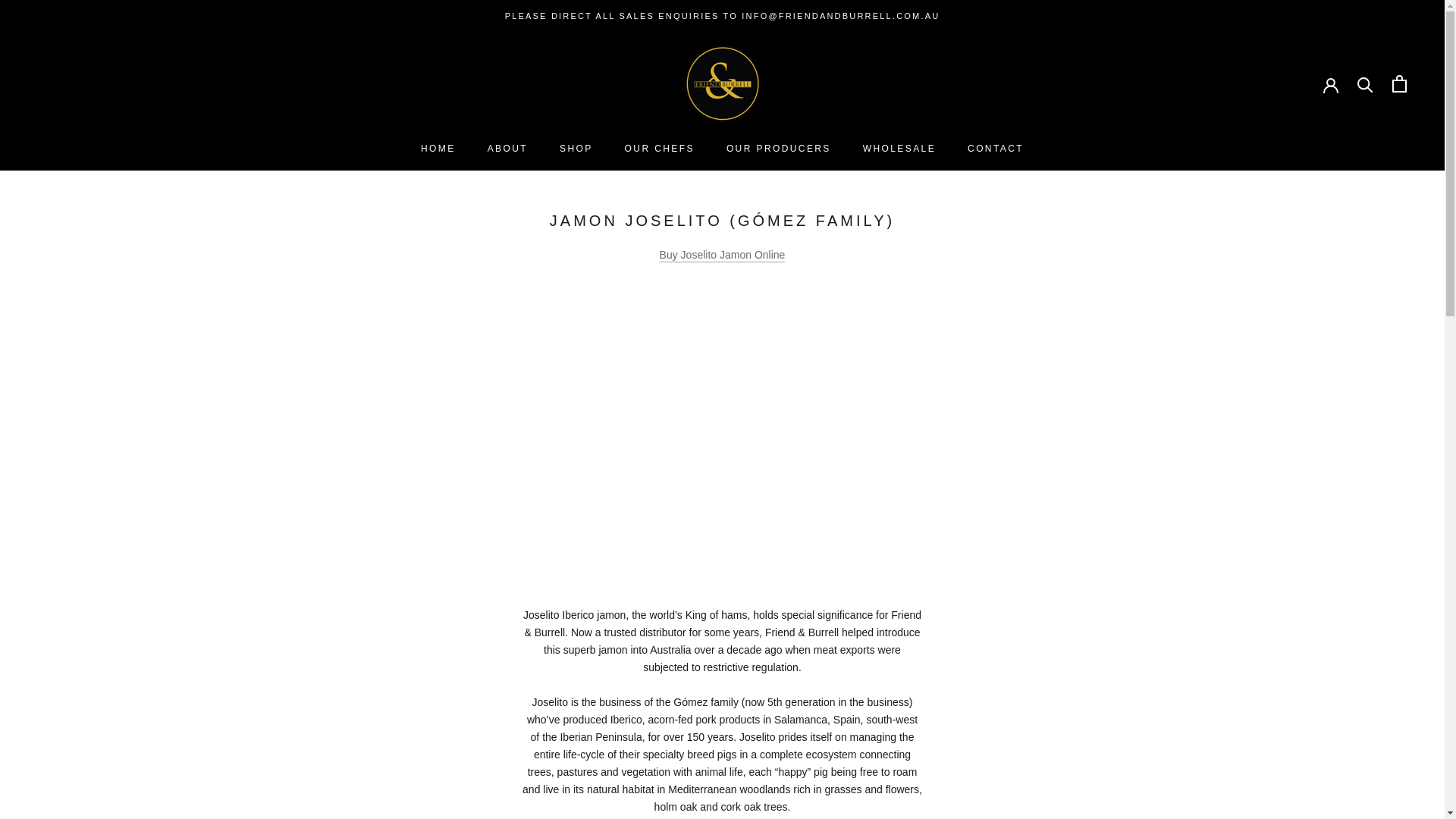 The image size is (1456, 819). What do you see at coordinates (899, 149) in the screenshot?
I see `'WHOLESALE` at bounding box center [899, 149].